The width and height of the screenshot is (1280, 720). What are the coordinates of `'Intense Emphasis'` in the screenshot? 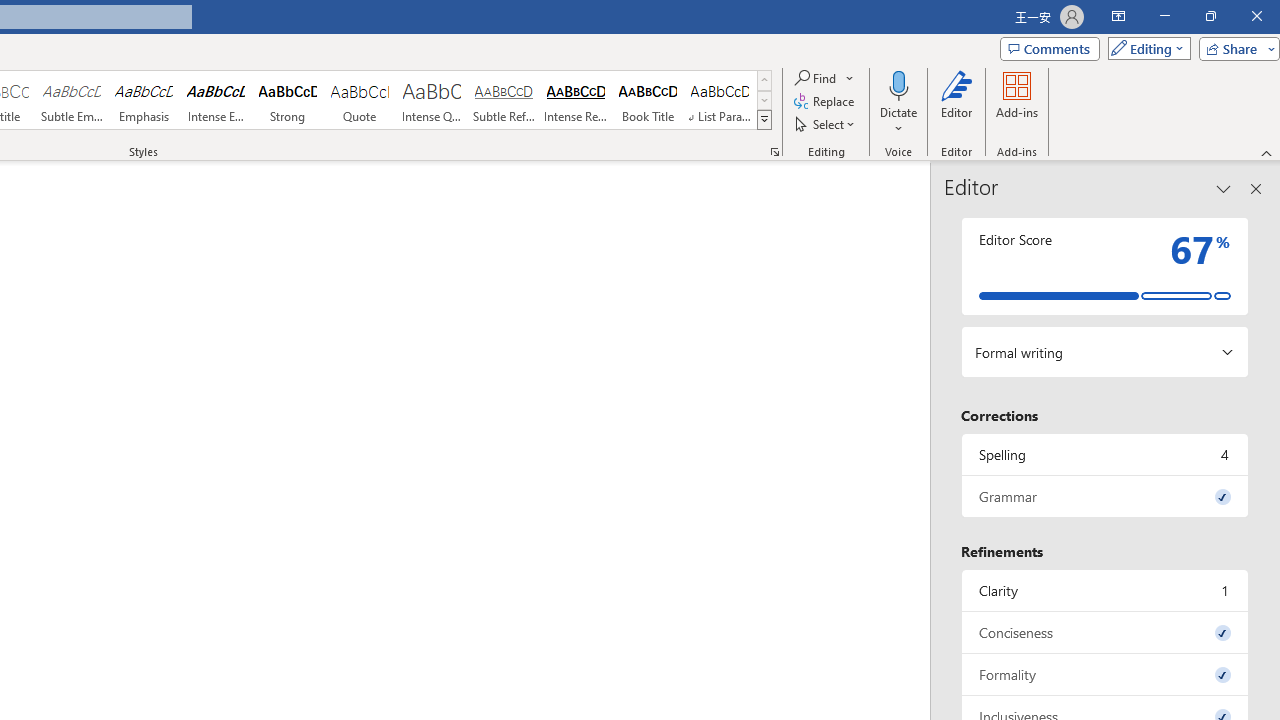 It's located at (216, 100).